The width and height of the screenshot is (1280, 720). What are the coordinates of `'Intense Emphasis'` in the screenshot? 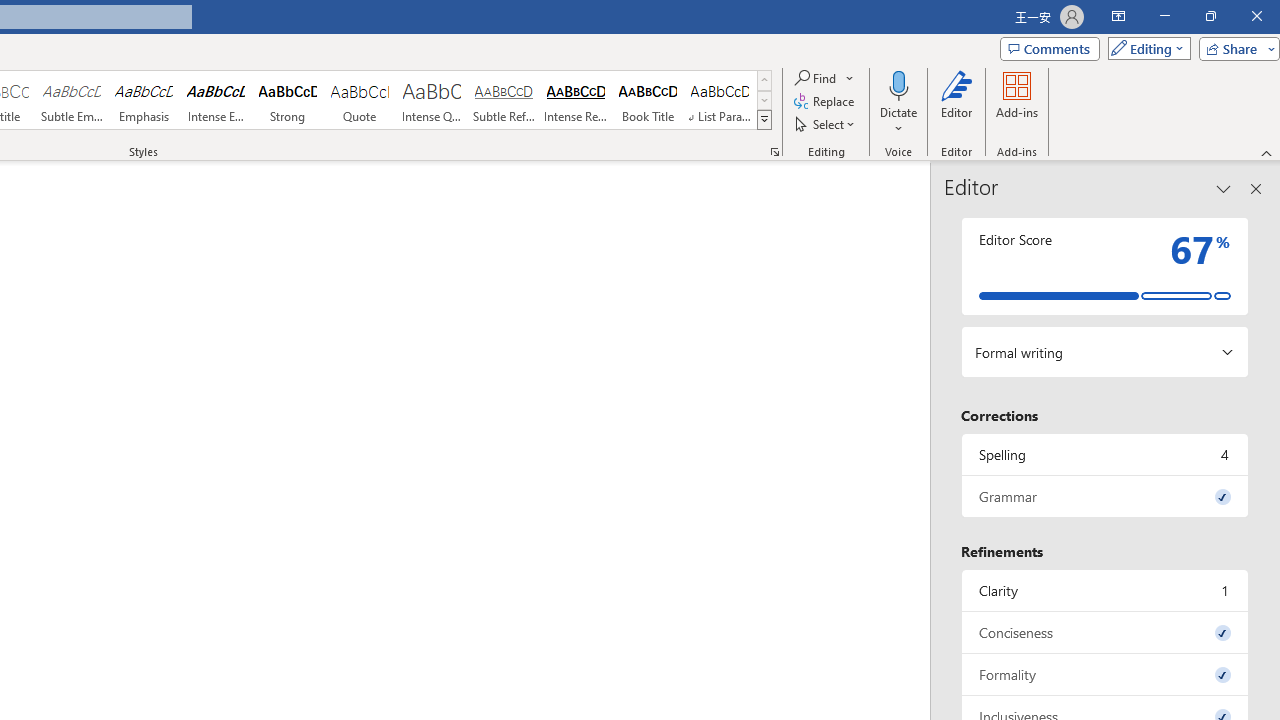 It's located at (216, 100).